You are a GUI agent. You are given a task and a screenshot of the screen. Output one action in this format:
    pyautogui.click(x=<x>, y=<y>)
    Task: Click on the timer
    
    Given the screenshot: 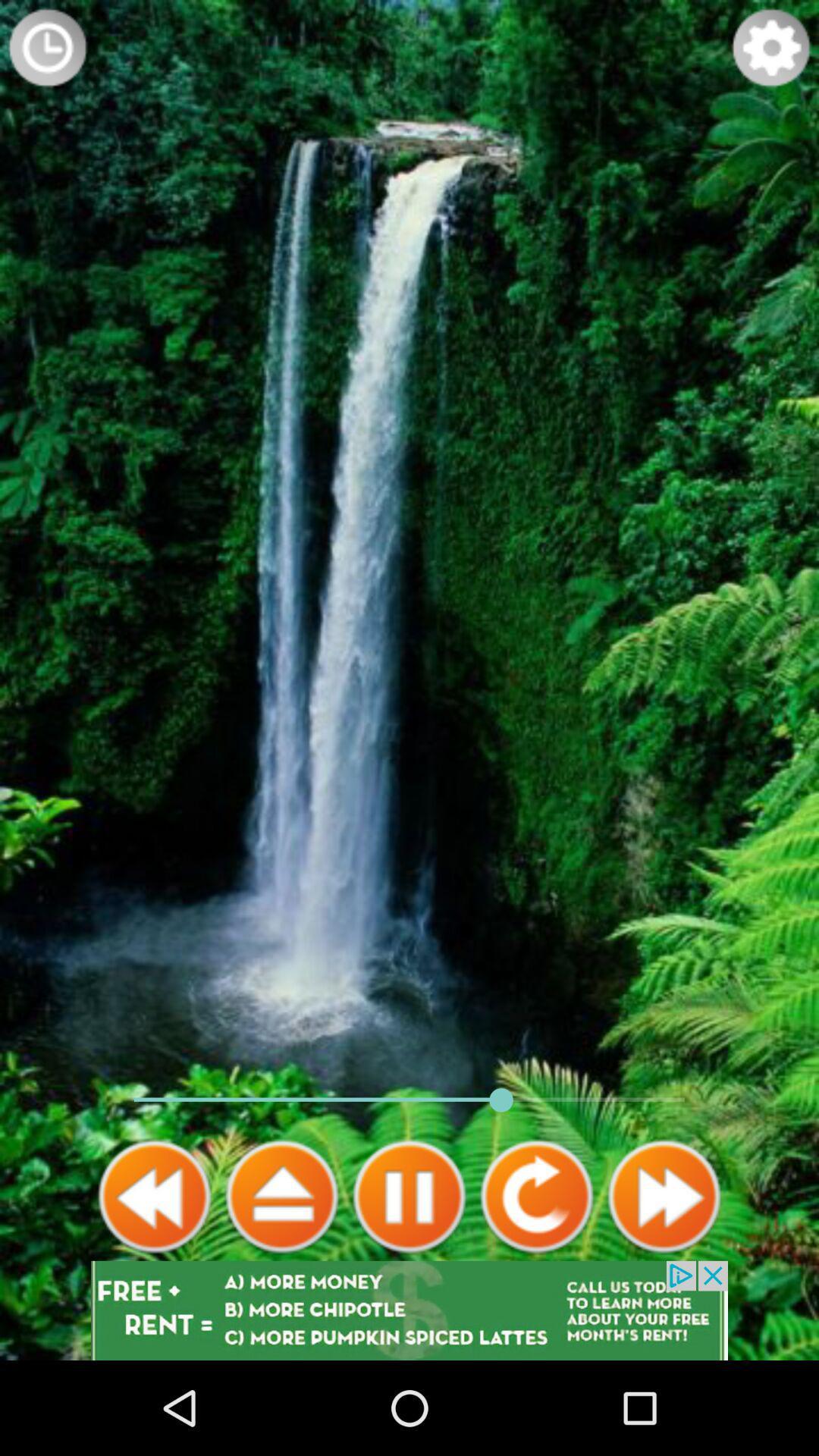 What is the action you would take?
    pyautogui.click(x=46, y=47)
    